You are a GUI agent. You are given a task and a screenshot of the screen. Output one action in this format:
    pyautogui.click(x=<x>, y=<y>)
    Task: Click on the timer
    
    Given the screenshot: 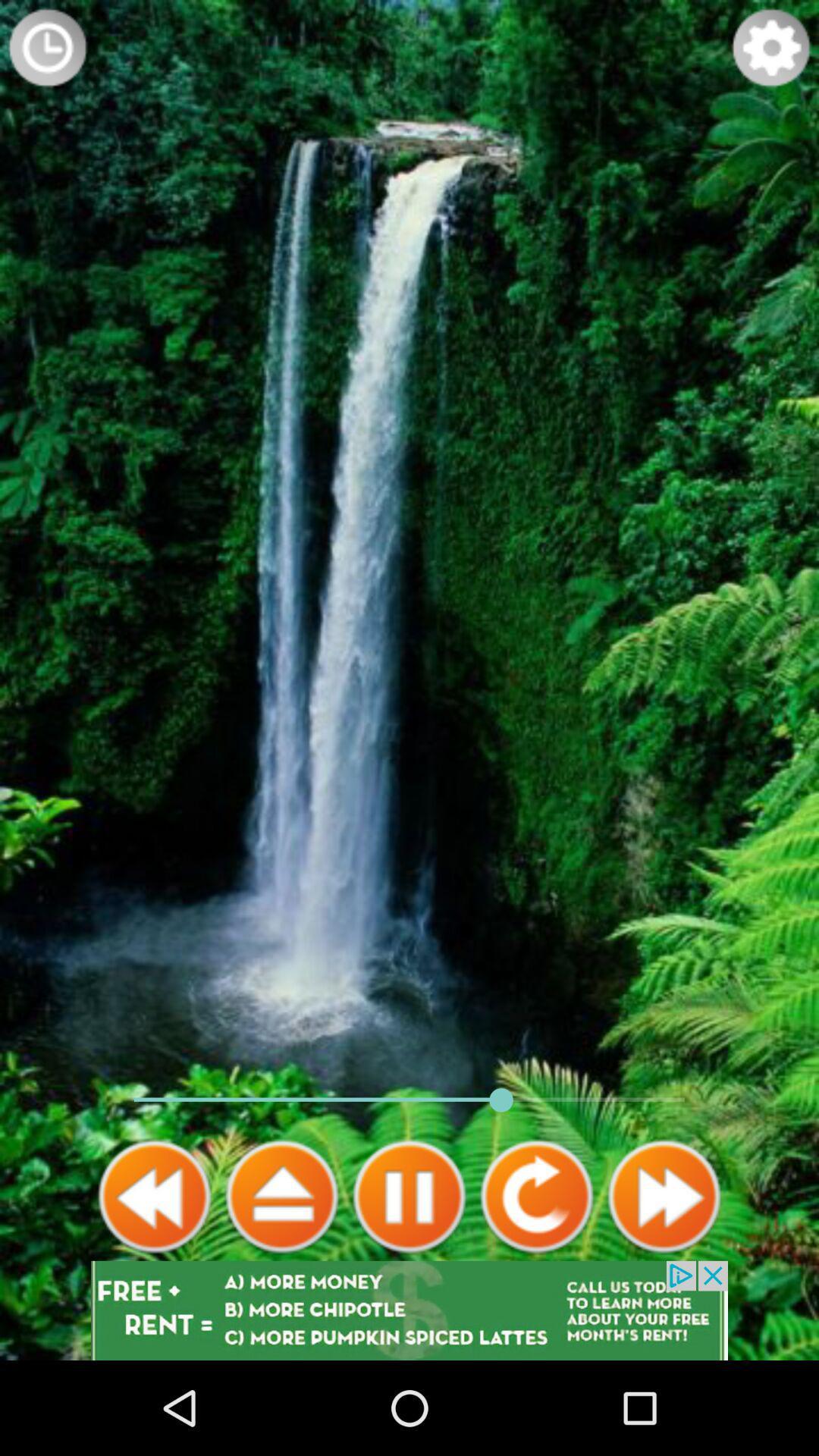 What is the action you would take?
    pyautogui.click(x=46, y=47)
    